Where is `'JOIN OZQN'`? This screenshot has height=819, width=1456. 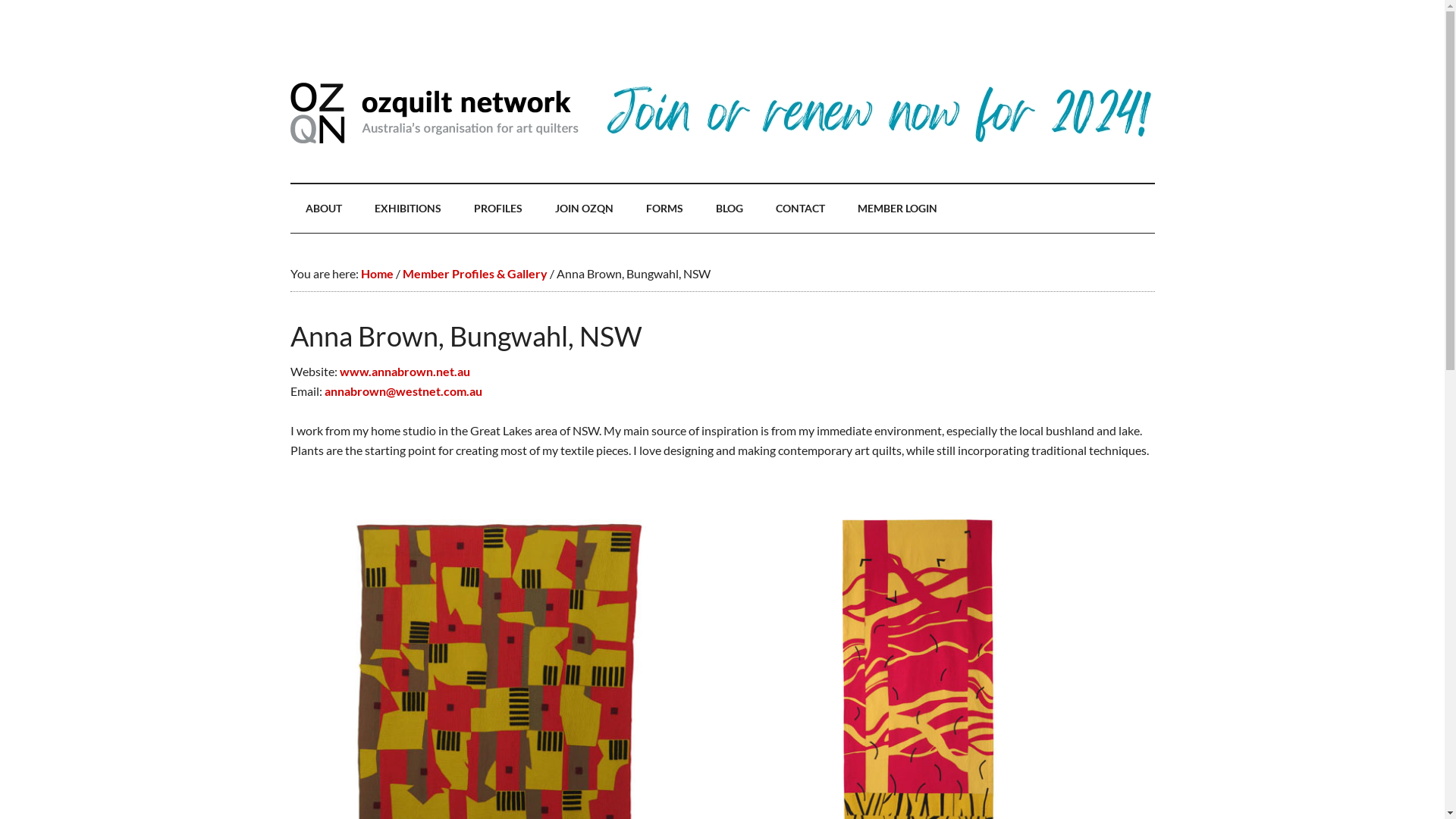
'JOIN OZQN' is located at coordinates (583, 208).